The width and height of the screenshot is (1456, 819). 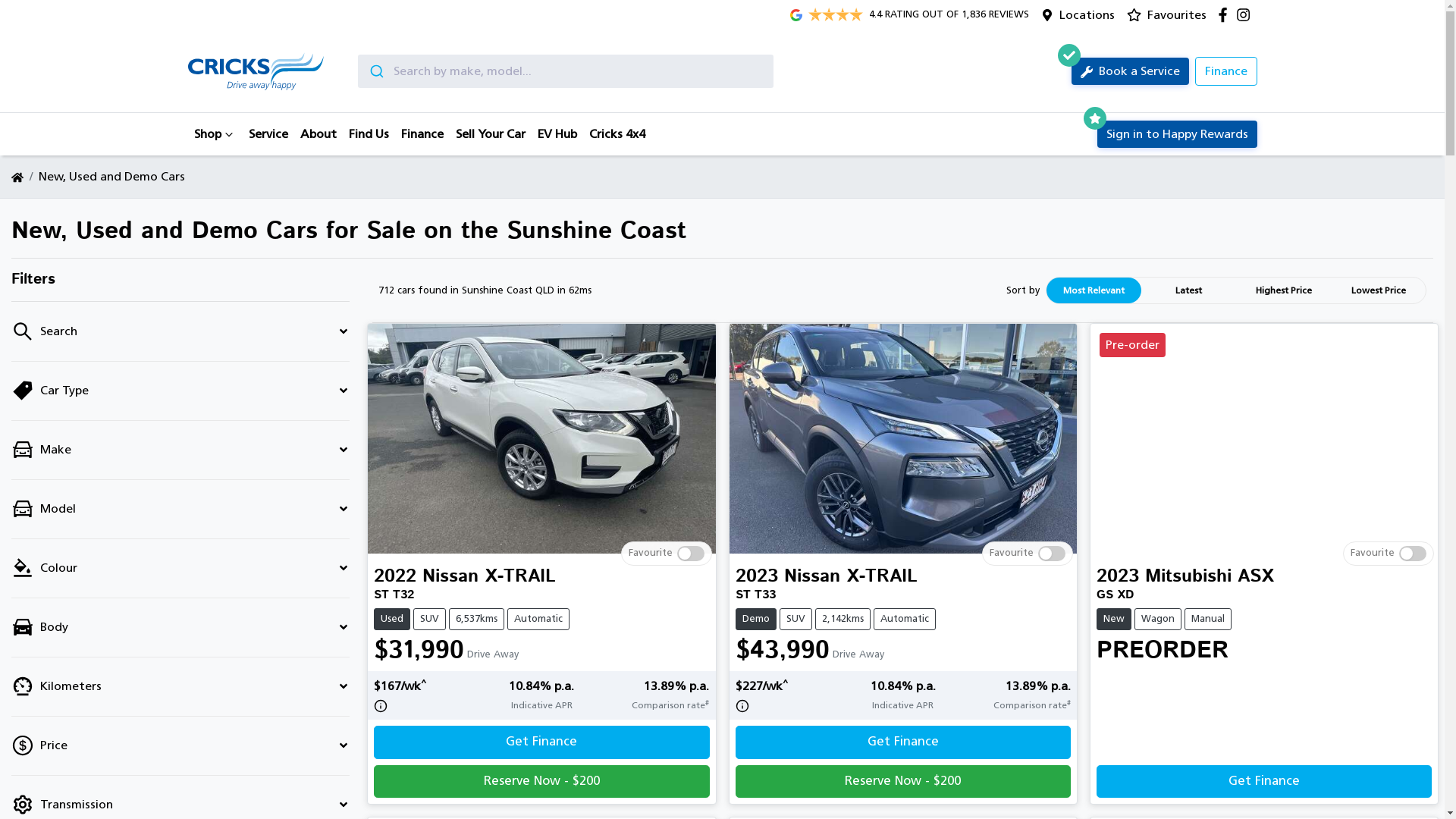 What do you see at coordinates (180, 568) in the screenshot?
I see `'Colour'` at bounding box center [180, 568].